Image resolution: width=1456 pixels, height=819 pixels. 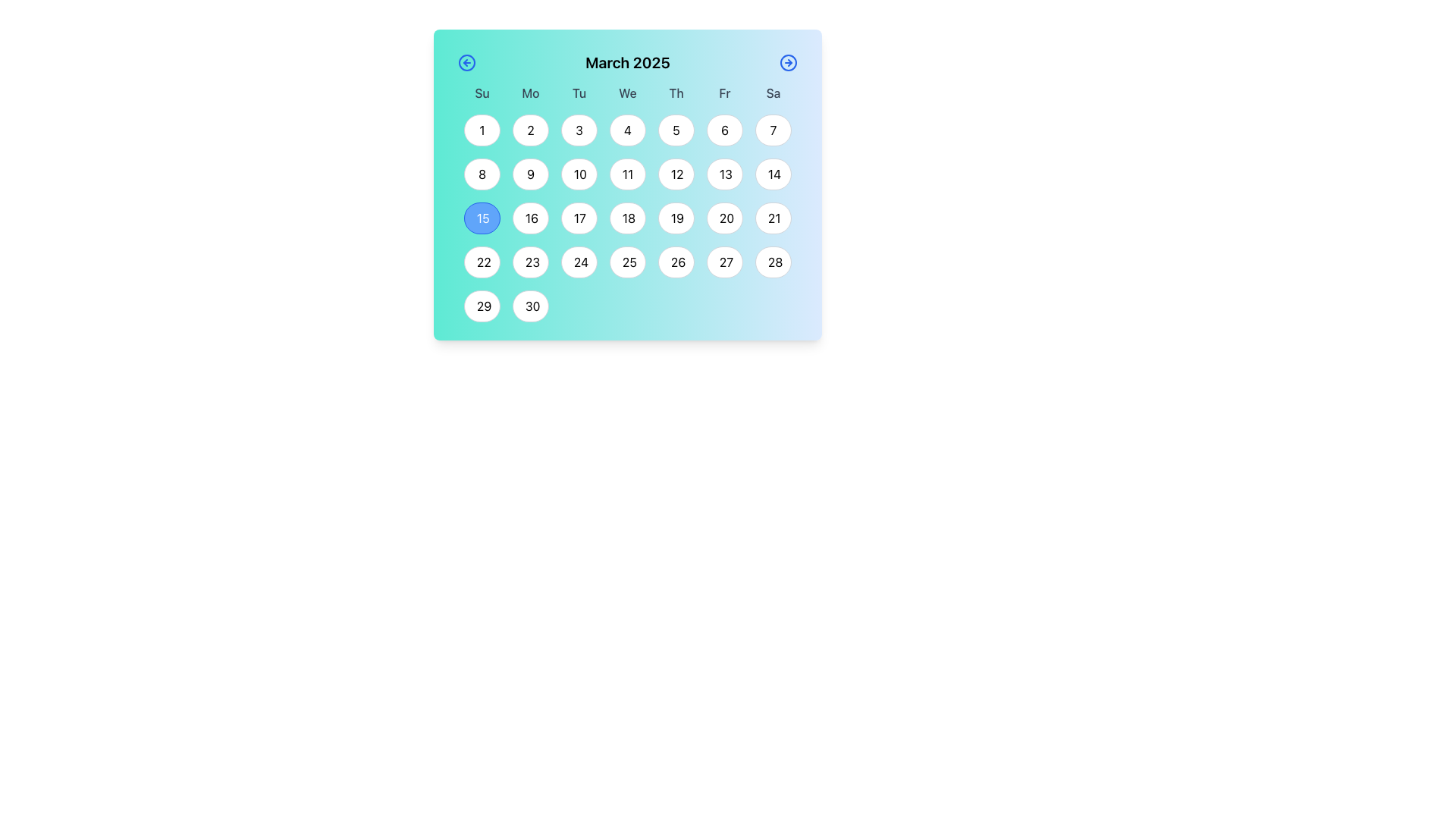 What do you see at coordinates (773, 262) in the screenshot?
I see `the circular button with a white background and the number '28' in black, located under the Saturday column in the last row of the calendar grid` at bounding box center [773, 262].